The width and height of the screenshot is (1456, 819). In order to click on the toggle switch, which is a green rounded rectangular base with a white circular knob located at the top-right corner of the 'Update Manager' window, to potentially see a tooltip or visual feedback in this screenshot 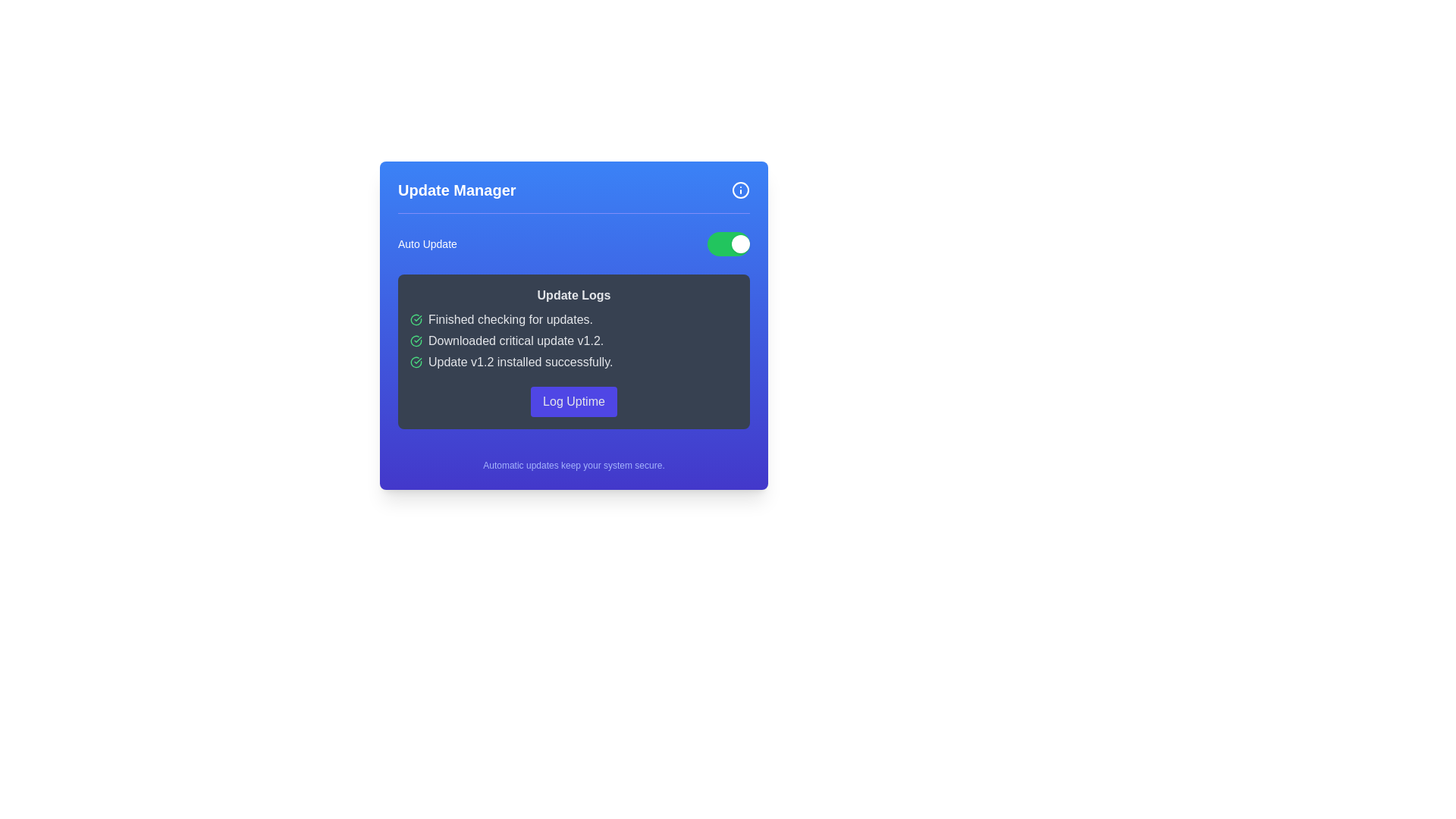, I will do `click(728, 243)`.